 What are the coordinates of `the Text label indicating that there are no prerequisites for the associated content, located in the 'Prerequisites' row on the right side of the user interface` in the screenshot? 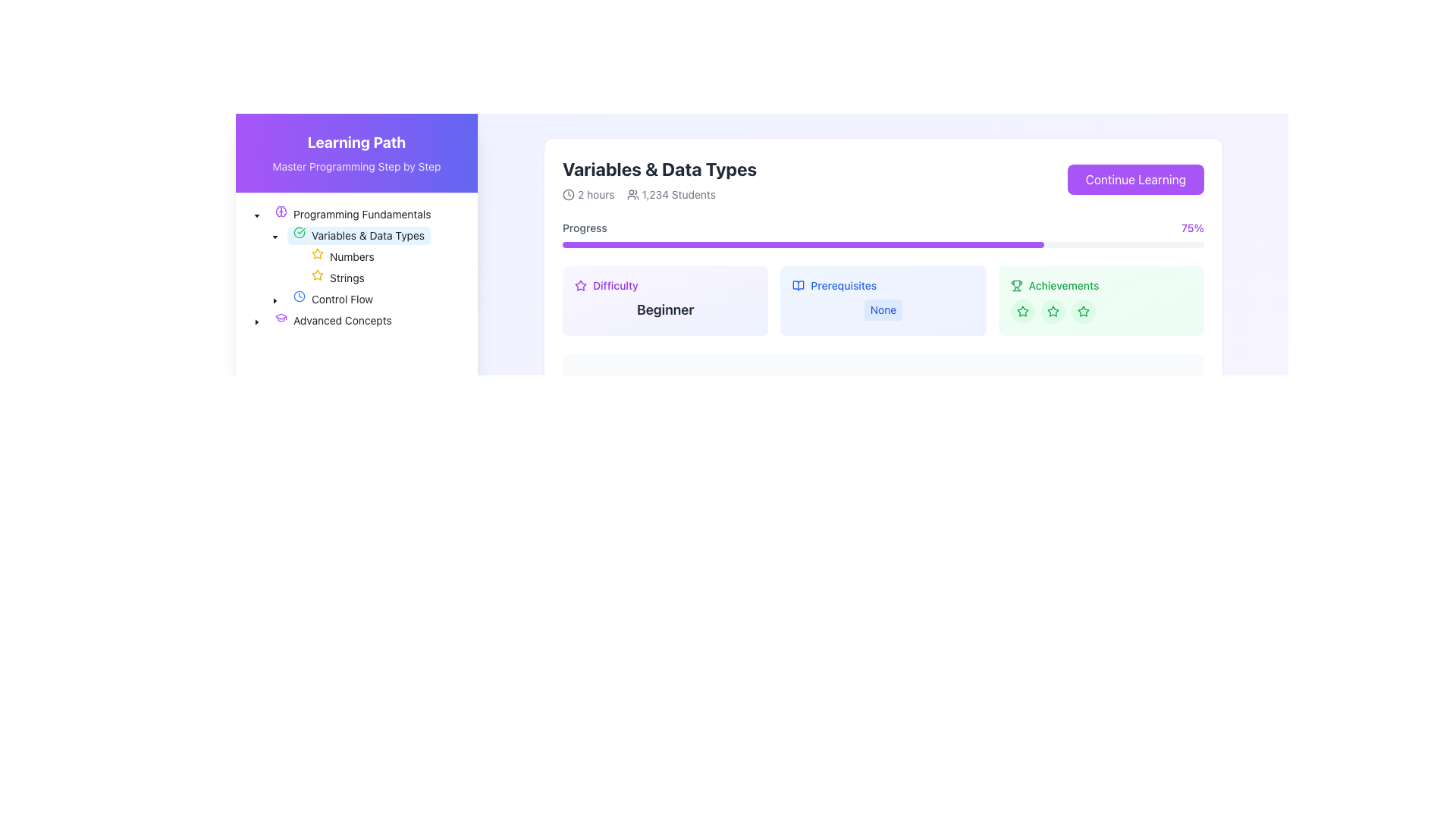 It's located at (883, 309).